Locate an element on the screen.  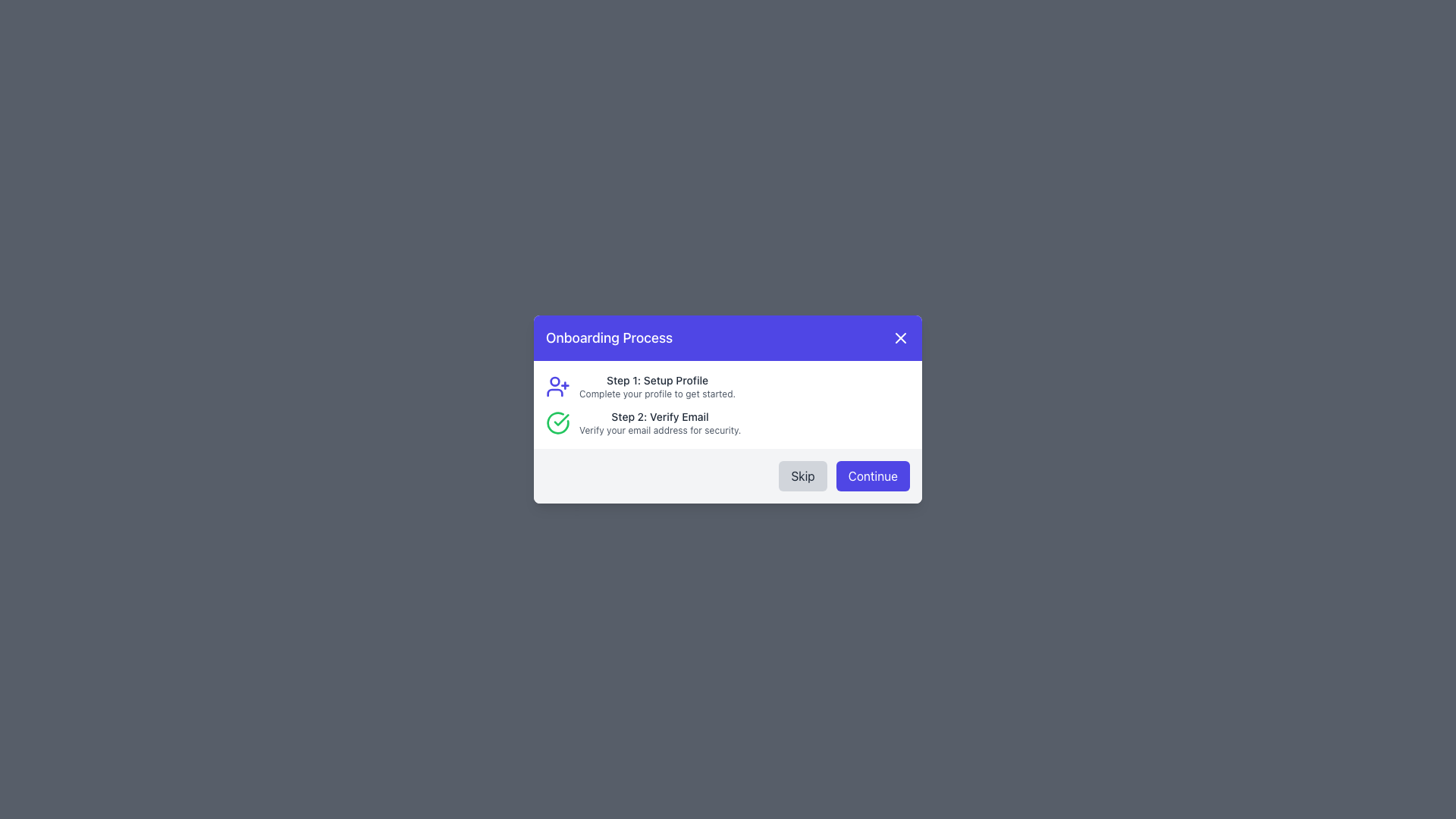
the Informational component for onboarding titled 'Step 2: Verify Email', which features a green circular check icon and bold black text for the title is located at coordinates (728, 423).